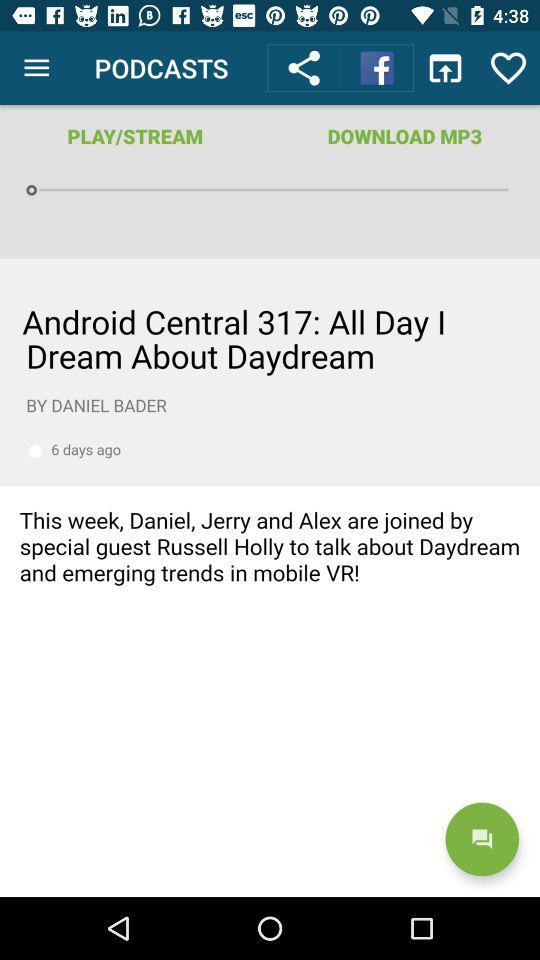 This screenshot has width=540, height=960. I want to click on browse this podcast episode, so click(270, 577).